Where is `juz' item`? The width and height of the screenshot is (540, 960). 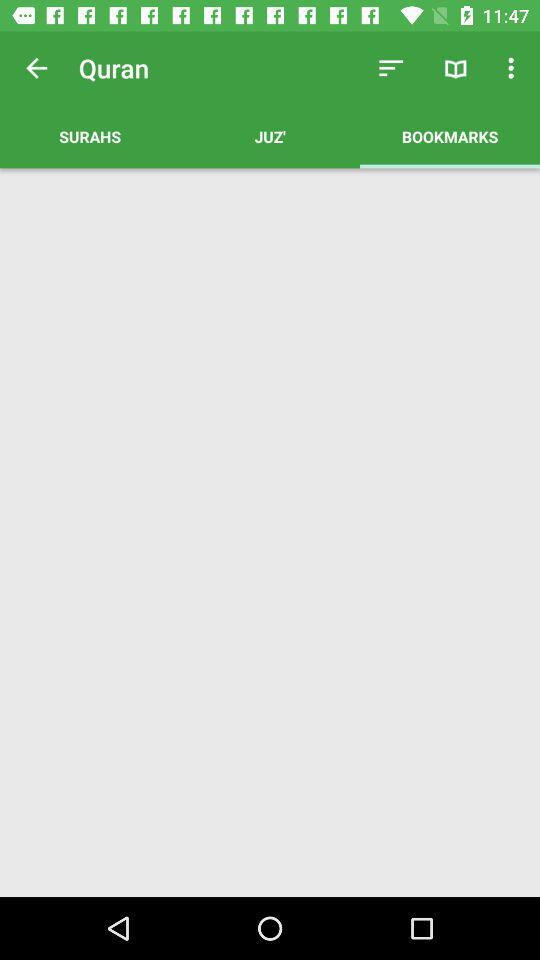
juz' item is located at coordinates (270, 135).